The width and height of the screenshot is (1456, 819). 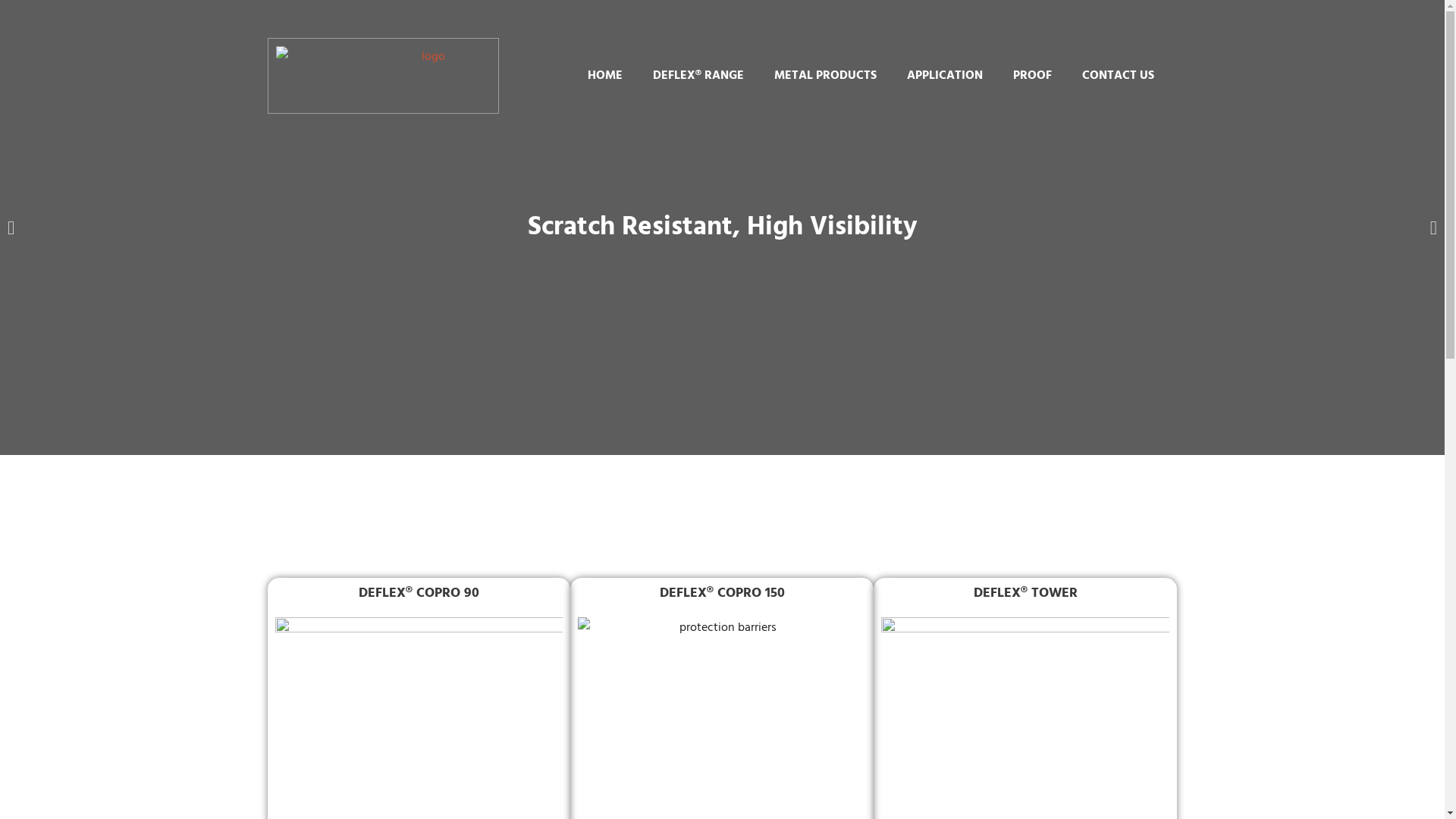 What do you see at coordinates (944, 76) in the screenshot?
I see `'APPLICATION'` at bounding box center [944, 76].